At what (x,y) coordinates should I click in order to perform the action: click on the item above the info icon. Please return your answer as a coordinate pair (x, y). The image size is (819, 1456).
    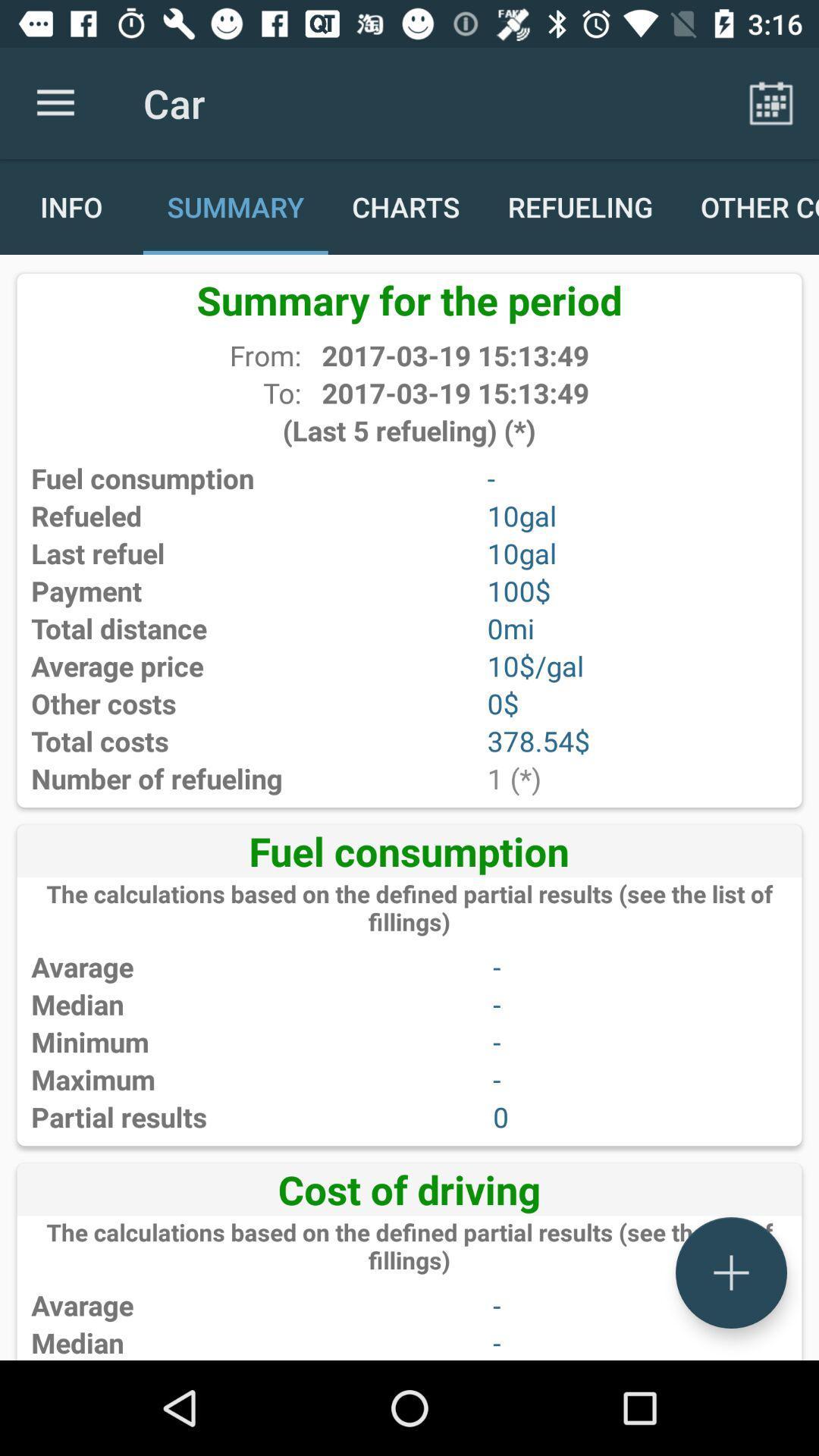
    Looking at the image, I should click on (55, 102).